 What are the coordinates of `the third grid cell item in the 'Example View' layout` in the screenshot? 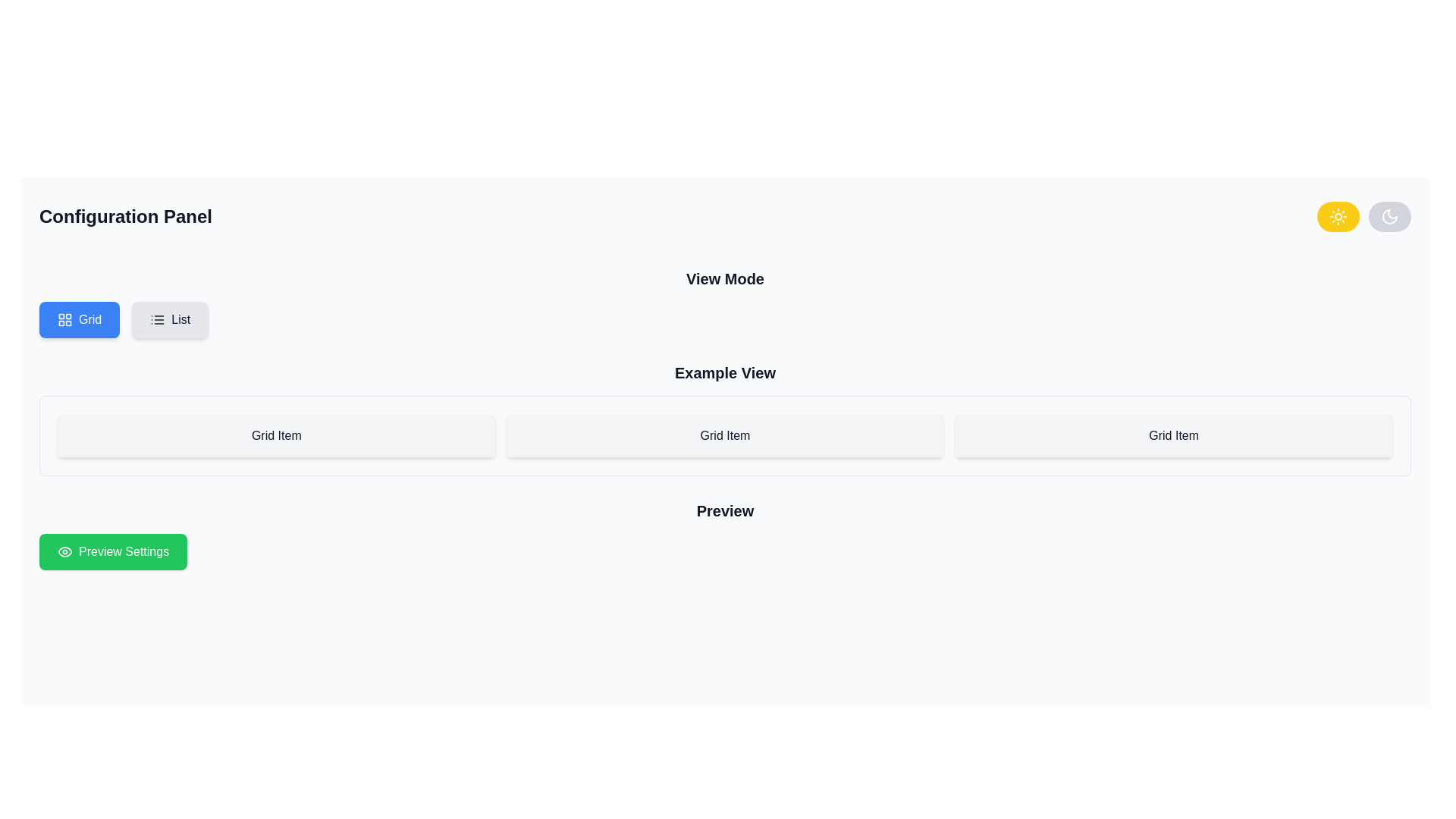 It's located at (1173, 435).